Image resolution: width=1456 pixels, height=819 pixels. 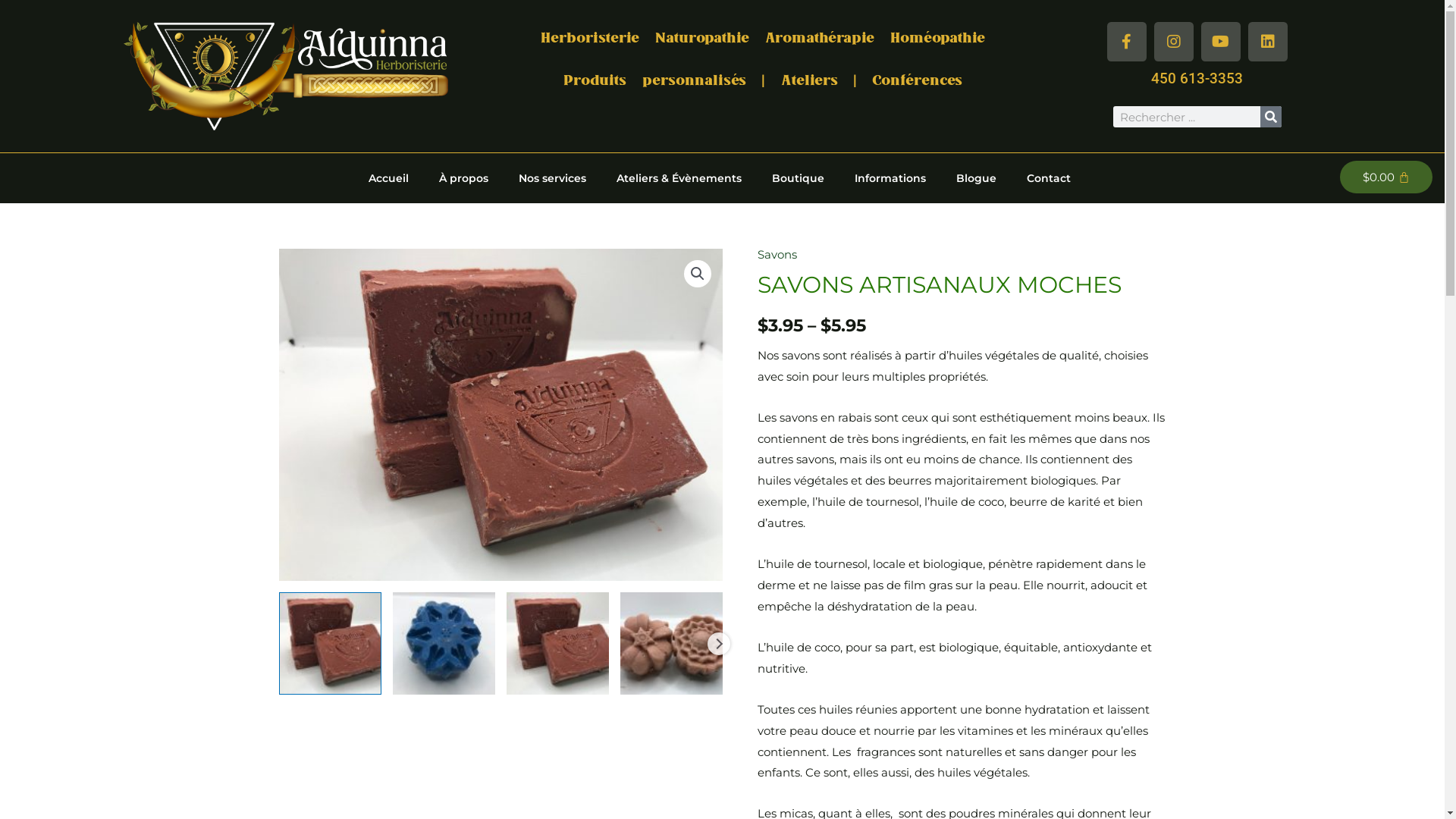 I want to click on 'Informations', so click(x=839, y=177).